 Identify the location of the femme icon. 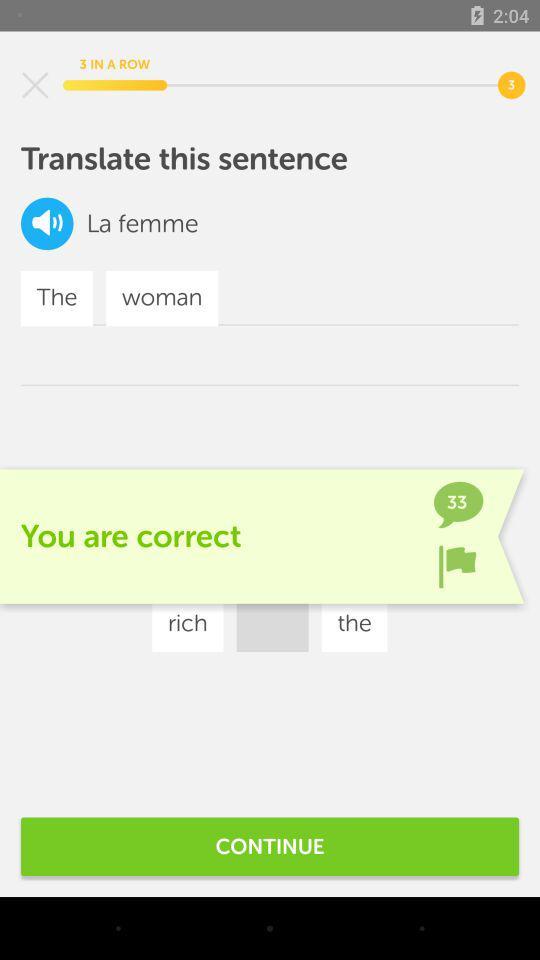
(157, 223).